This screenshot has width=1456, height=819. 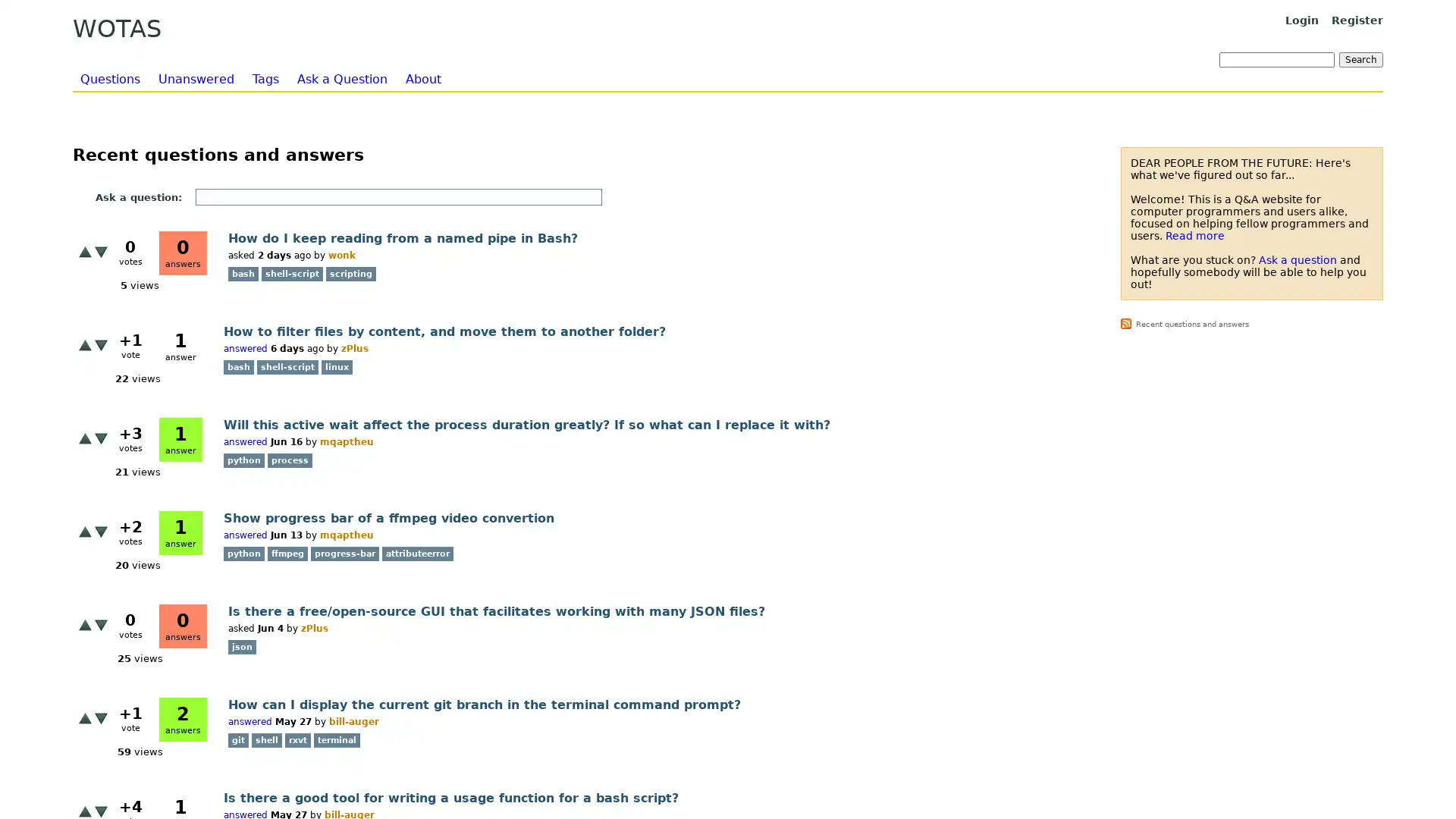 I want to click on Search, so click(x=1361, y=58).